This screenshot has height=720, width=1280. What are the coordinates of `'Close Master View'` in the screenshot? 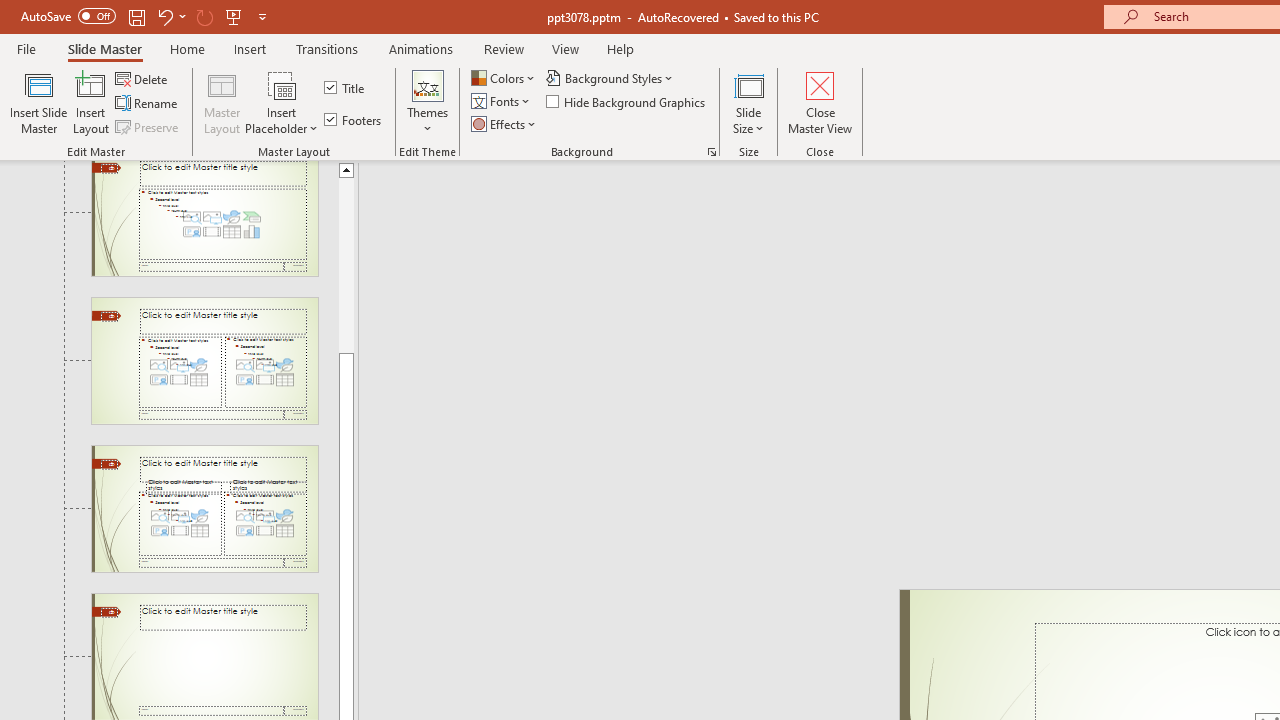 It's located at (820, 103).